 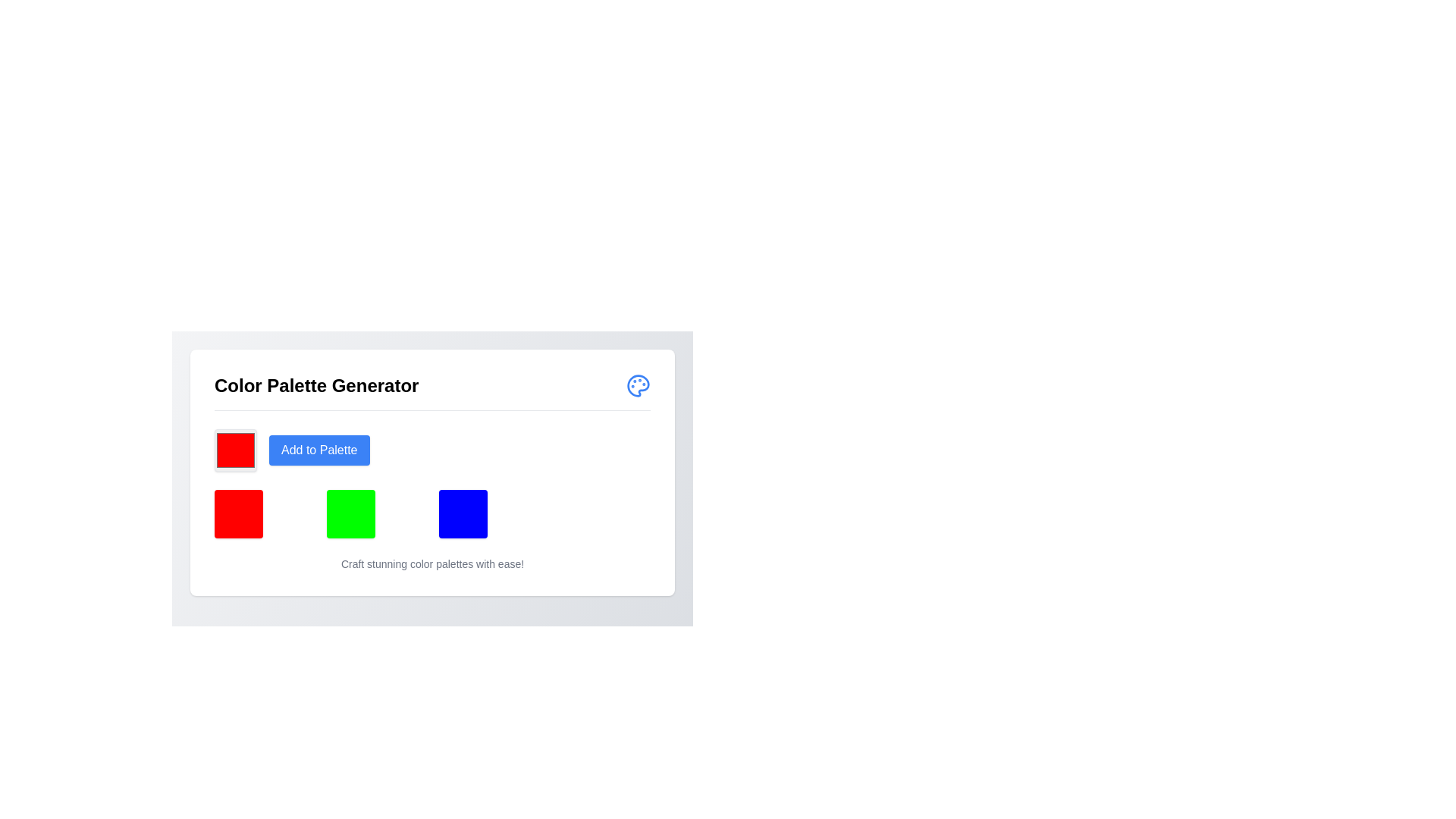 I want to click on the static instructional text located at the bottom of the Color Palette Generator interface, which provides context for creating color palettes, so click(x=431, y=564).